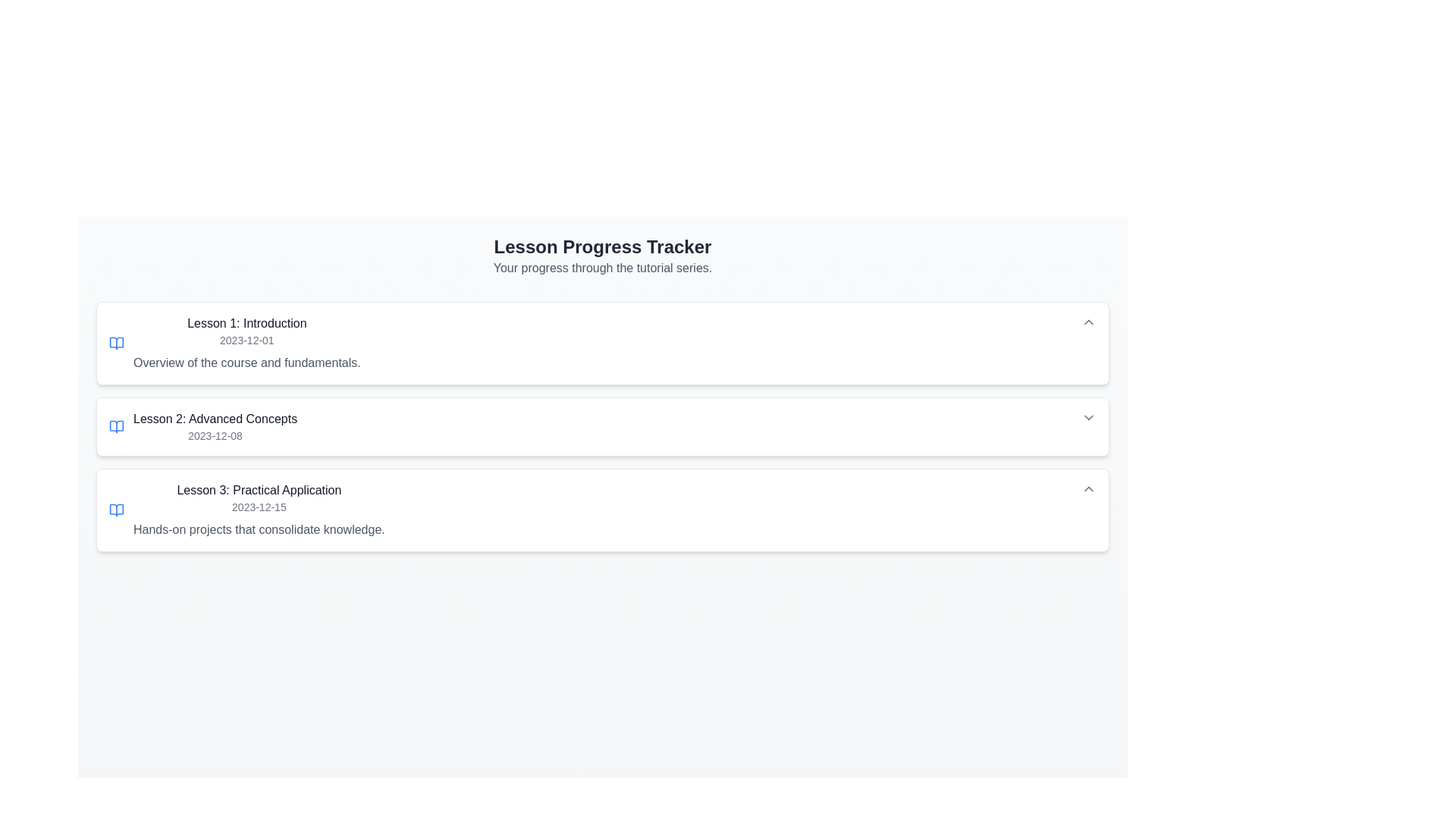 The width and height of the screenshot is (1456, 819). Describe the element at coordinates (246, 323) in the screenshot. I see `the Static Text element displaying 'Lesson 1: Introduction', which is located at the top section of the first lesson card` at that location.